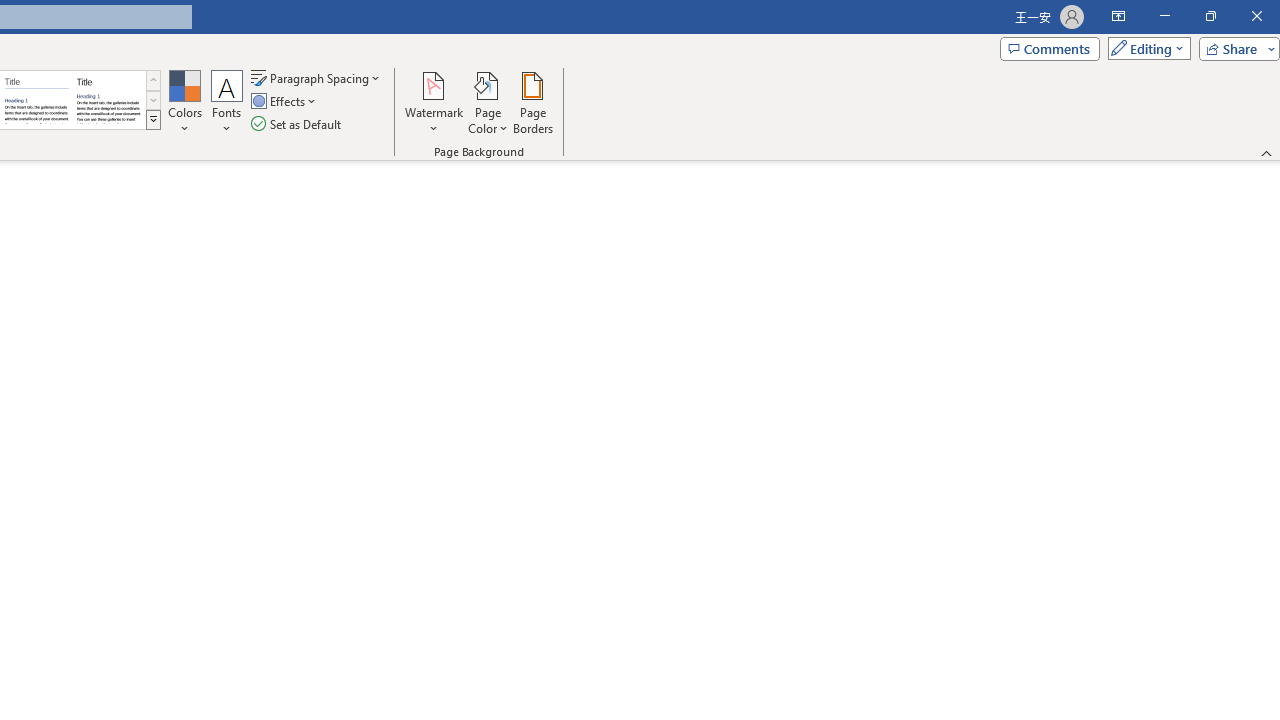 The image size is (1280, 720). I want to click on 'Page Borders...', so click(533, 103).